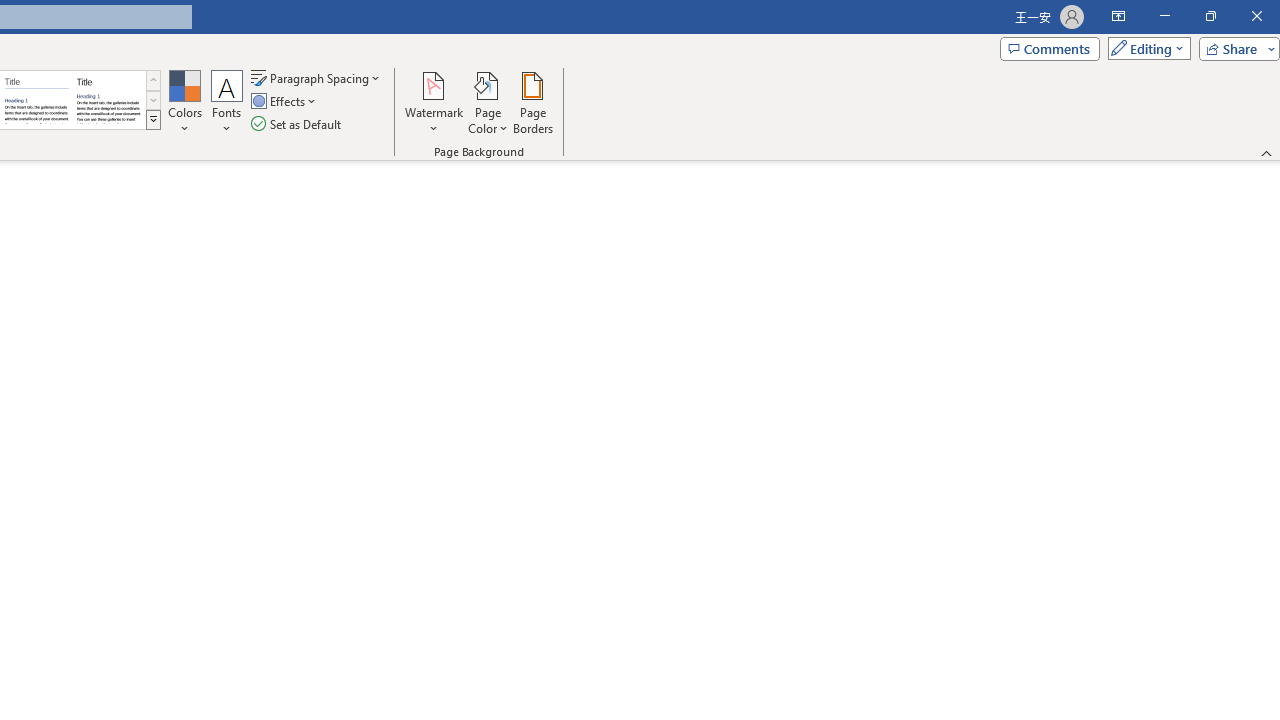 The image size is (1280, 720). I want to click on 'Page Borders...', so click(533, 103).